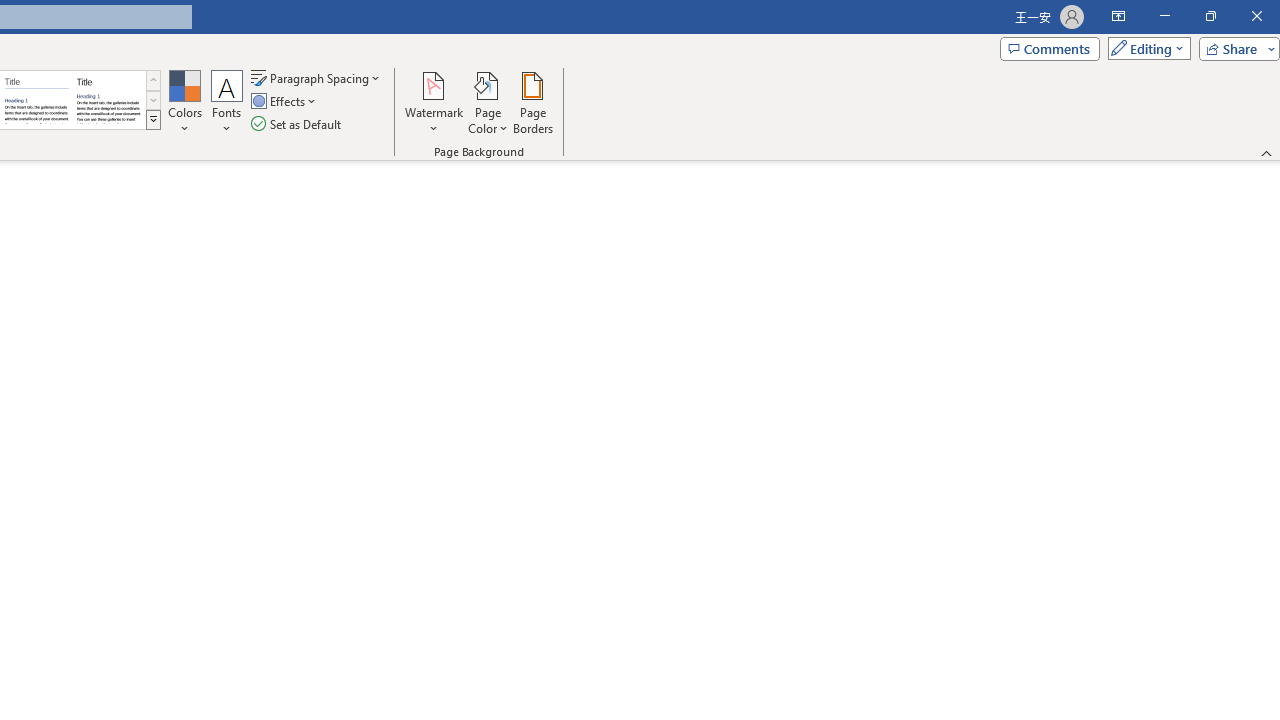 The image size is (1280, 720). I want to click on 'Page Borders...', so click(533, 103).